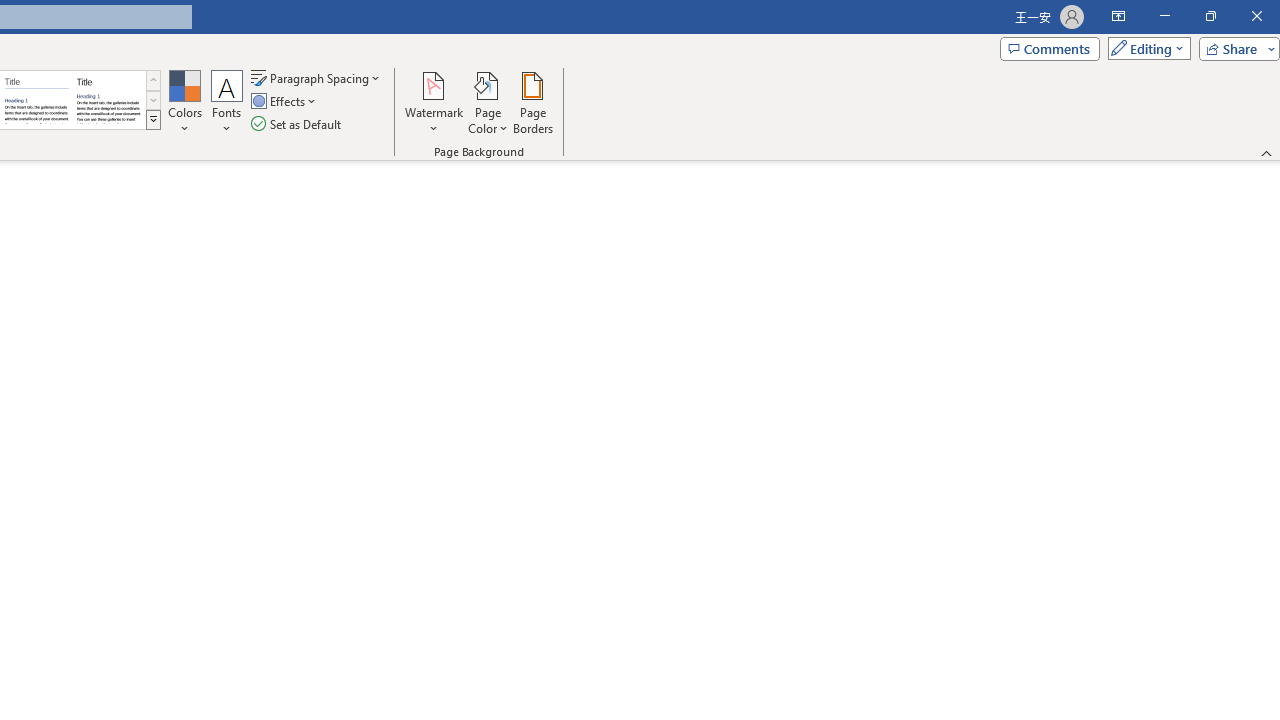 The image size is (1280, 720). I want to click on 'Page Borders...', so click(533, 103).